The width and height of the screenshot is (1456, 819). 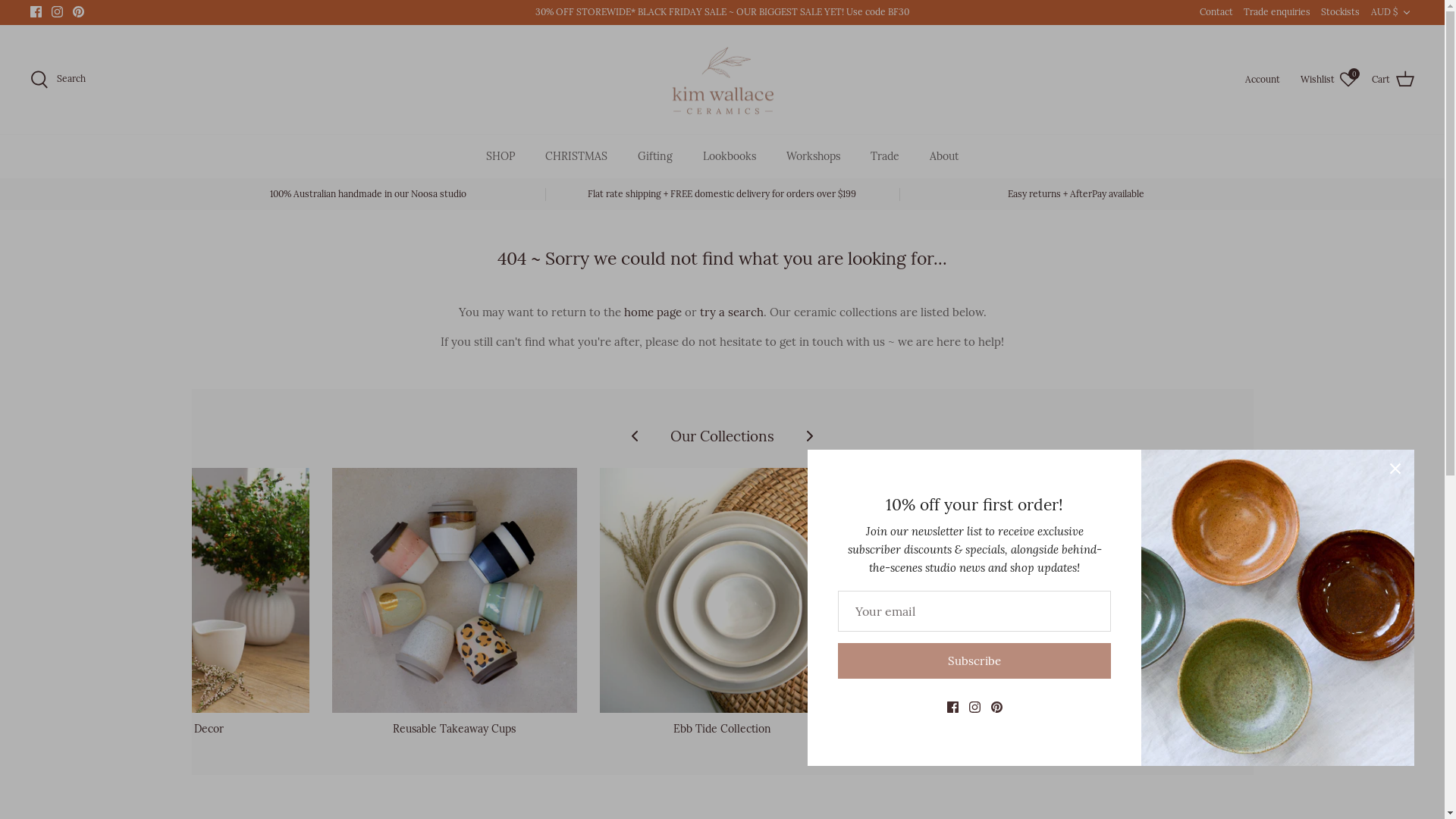 I want to click on 'Instagram', so click(x=51, y=11).